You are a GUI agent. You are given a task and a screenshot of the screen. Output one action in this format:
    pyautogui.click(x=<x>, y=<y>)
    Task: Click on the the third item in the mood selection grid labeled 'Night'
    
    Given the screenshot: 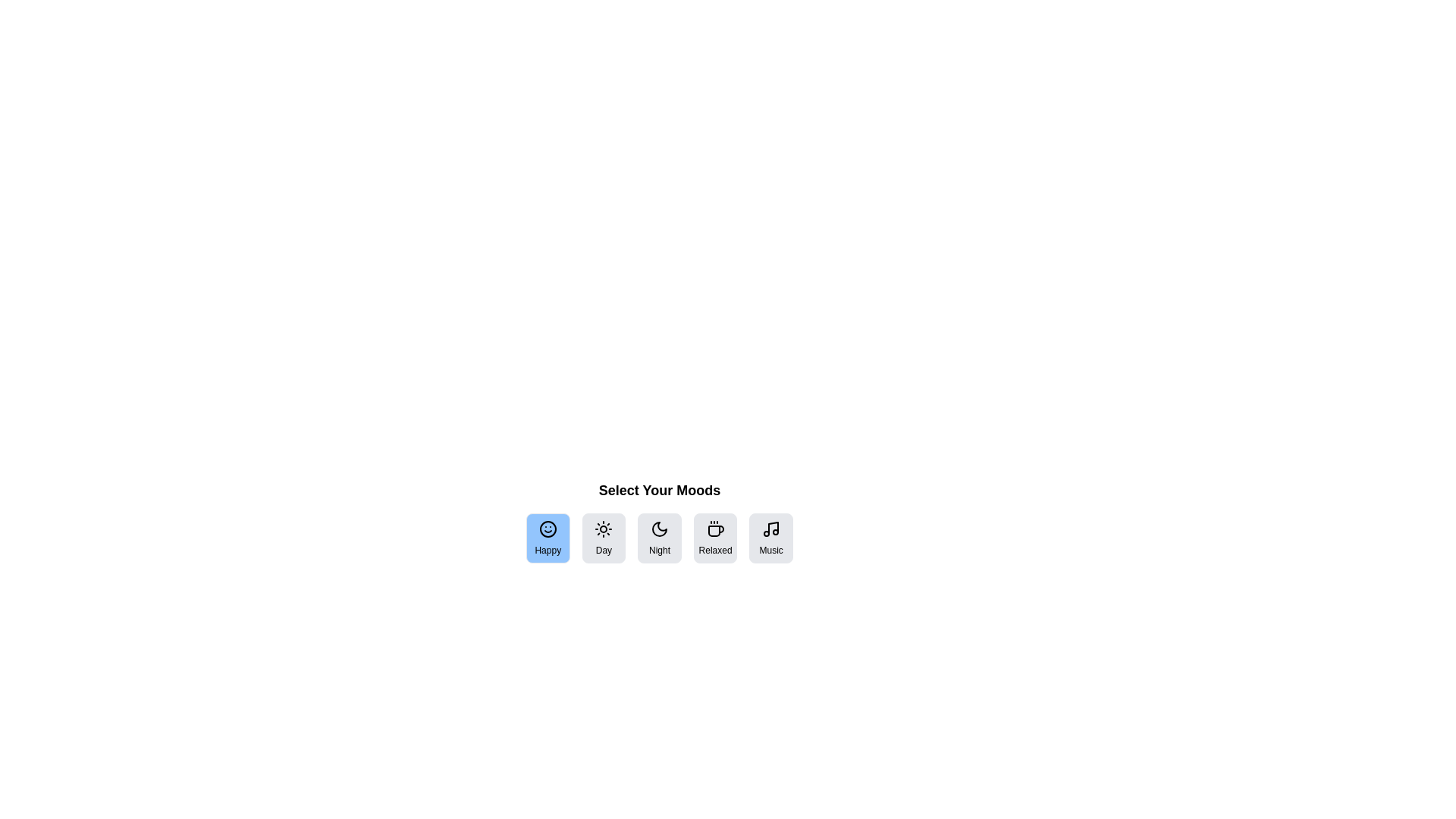 What is the action you would take?
    pyautogui.click(x=659, y=537)
    